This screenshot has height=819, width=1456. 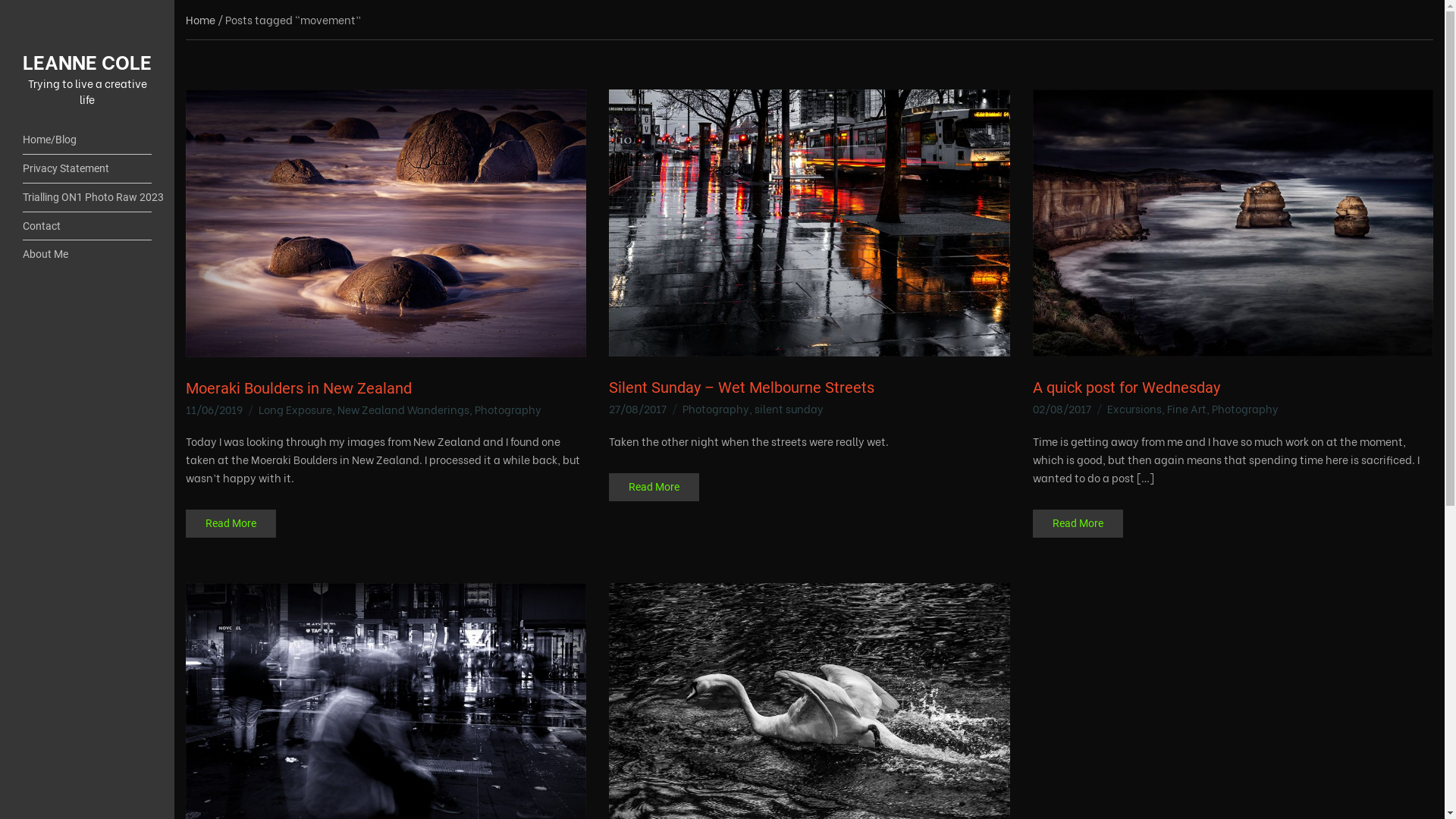 What do you see at coordinates (22, 253) in the screenshot?
I see `'About Me'` at bounding box center [22, 253].